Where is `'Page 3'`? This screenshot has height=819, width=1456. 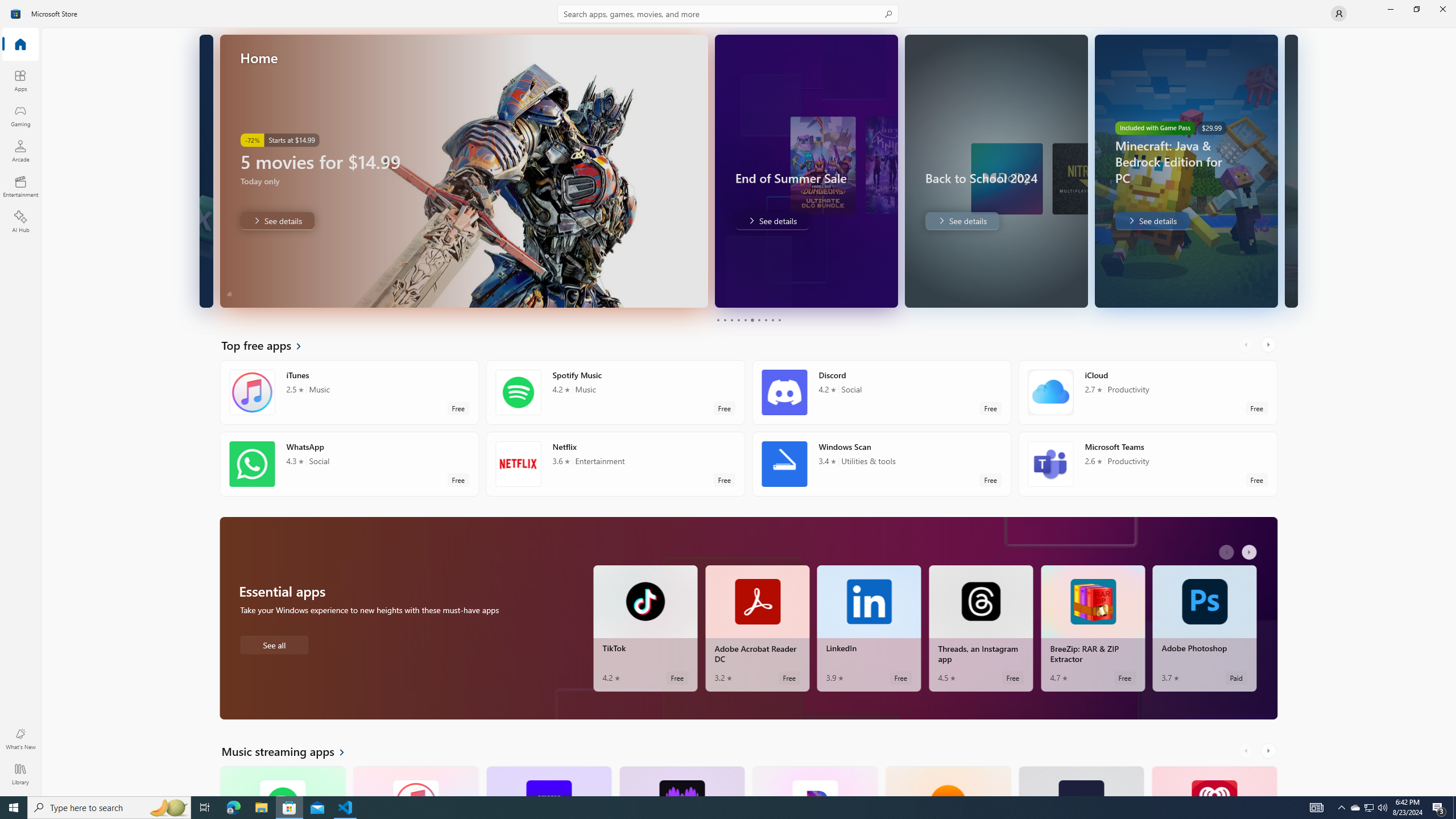 'Page 3' is located at coordinates (731, 320).